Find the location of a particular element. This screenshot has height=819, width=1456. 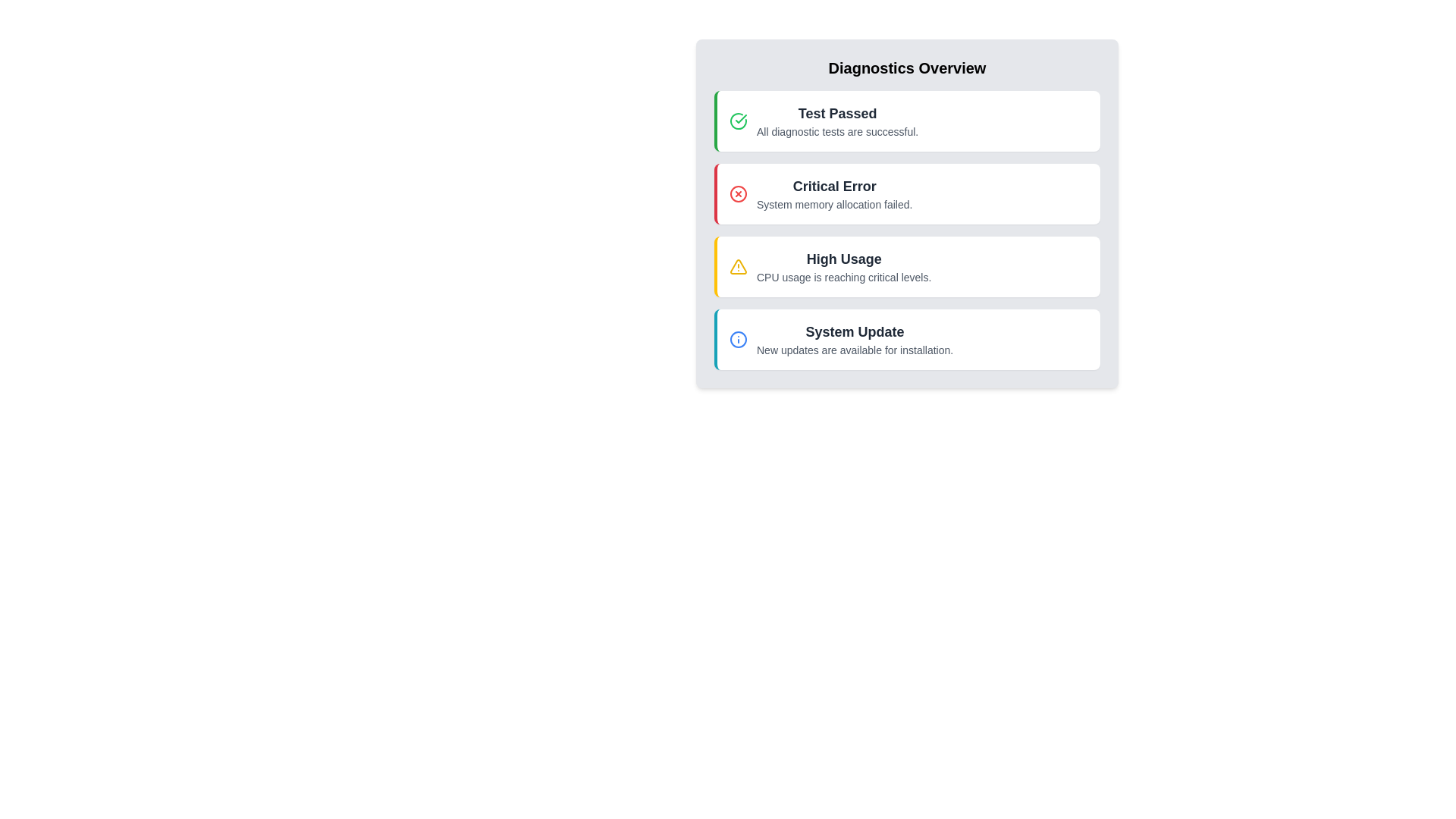

the second notification alert box indicating a critical issue with system memory allocation located in the 'Diagnostics Overview' section is located at coordinates (907, 193).